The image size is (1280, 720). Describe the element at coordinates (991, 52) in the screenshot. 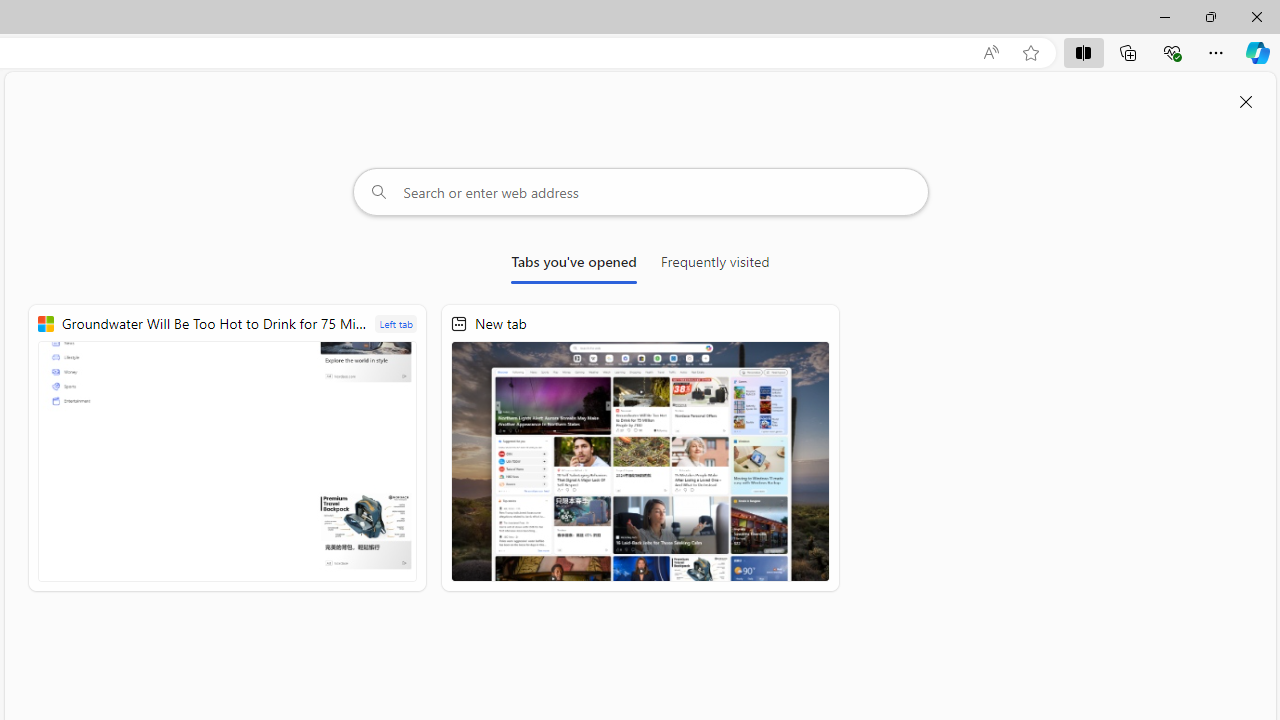

I see `'Read aloud this page (Ctrl+Shift+U)'` at that location.